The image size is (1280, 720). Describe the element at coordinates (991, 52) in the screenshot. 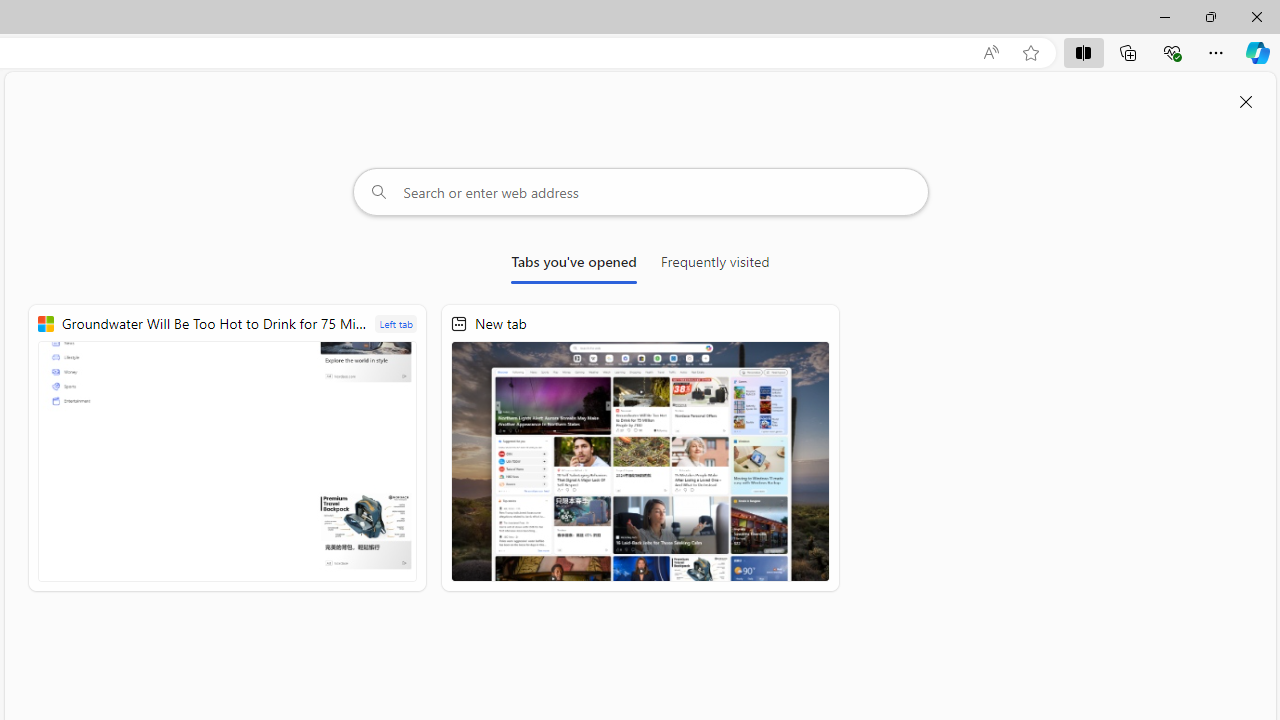

I see `'Read aloud this page (Ctrl+Shift+U)'` at that location.